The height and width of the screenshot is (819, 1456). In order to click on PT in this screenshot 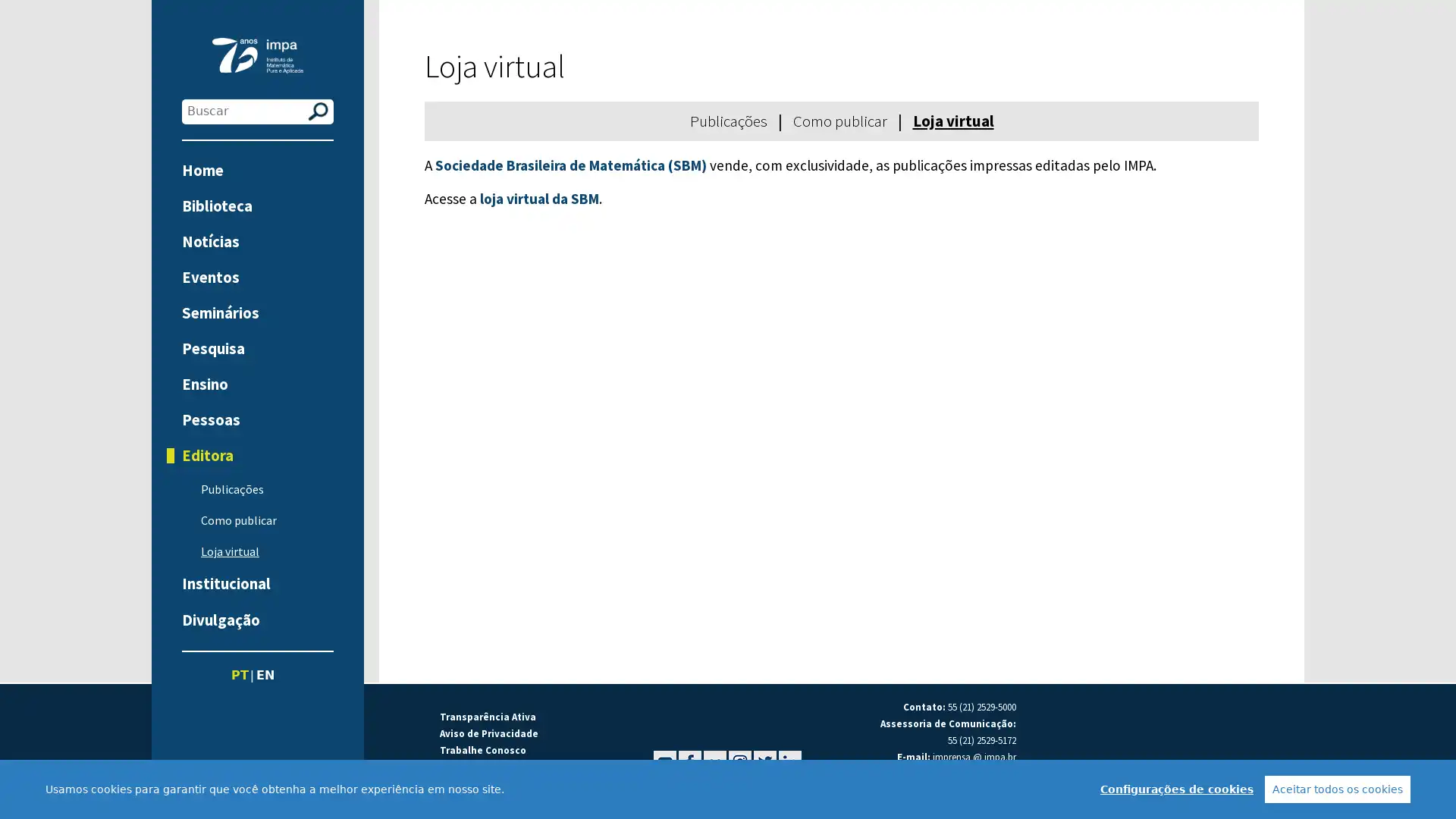, I will do `click(239, 674)`.